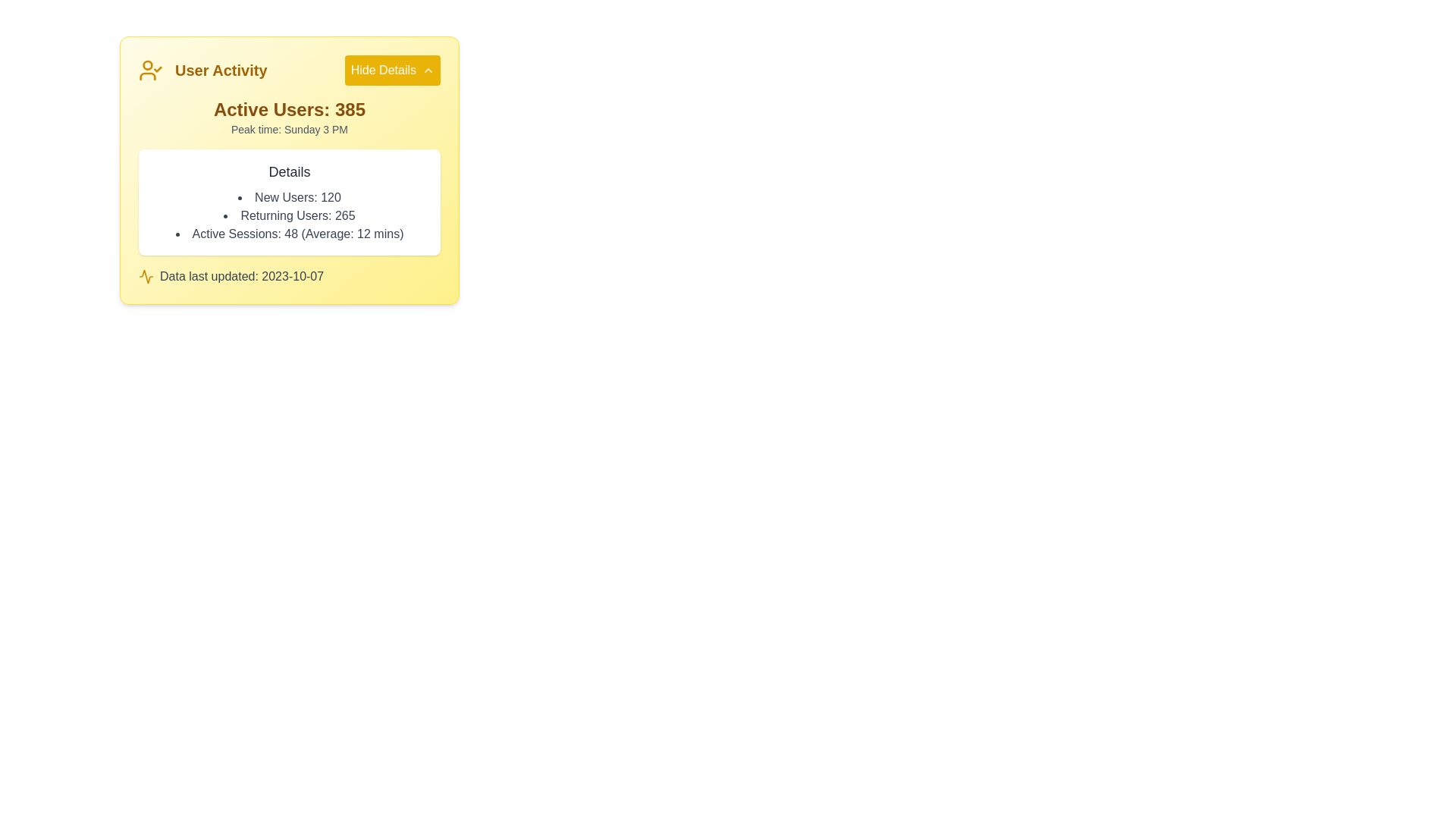 This screenshot has height=819, width=1456. Describe the element at coordinates (428, 70) in the screenshot. I see `the upward chevron arrow icon within the 'Hide Details' button` at that location.